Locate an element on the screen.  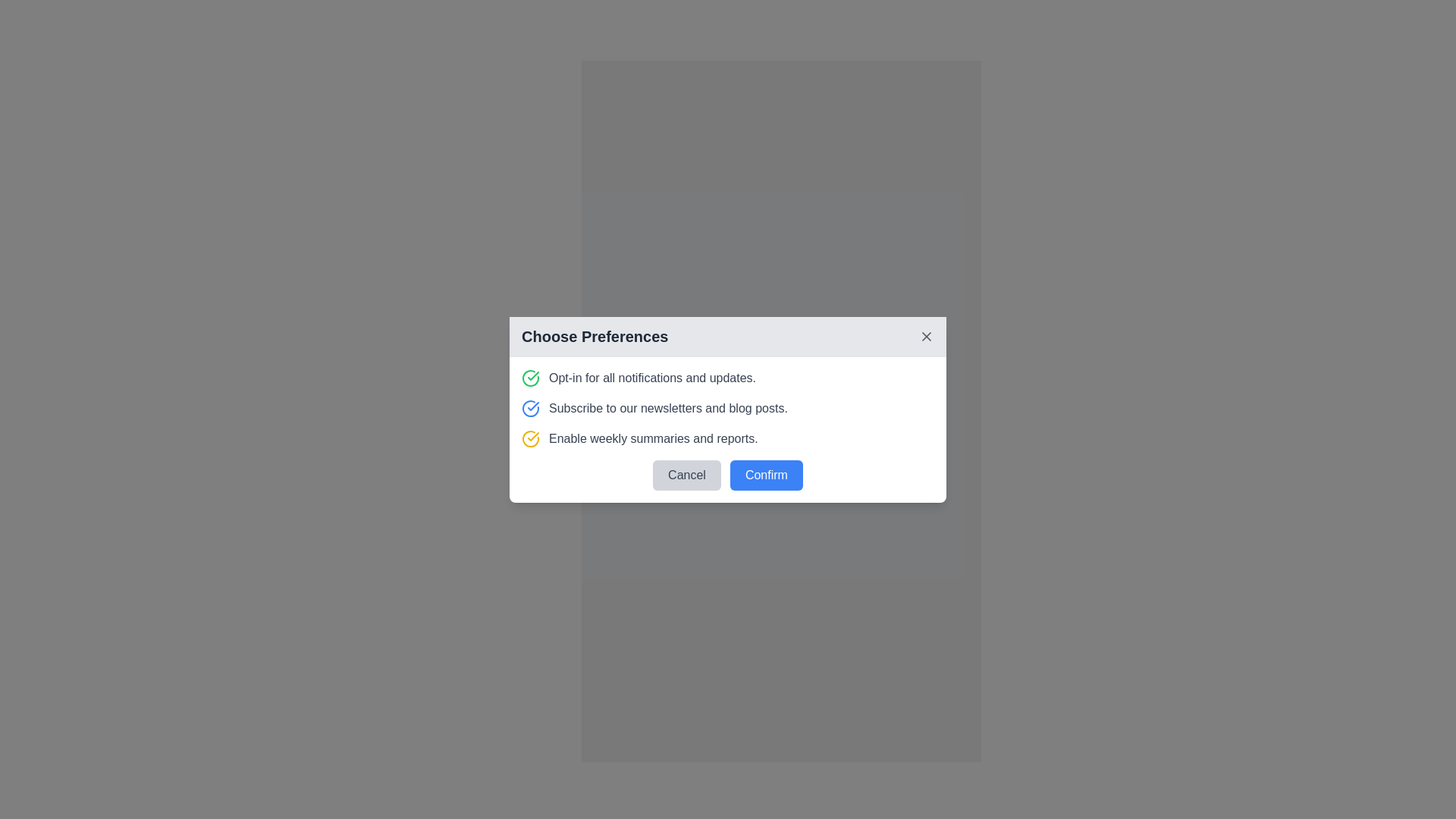
the text label that says 'Enable weekly summaries and reports.', which is the third option in a vertical list within the preferences selection dialog is located at coordinates (653, 438).